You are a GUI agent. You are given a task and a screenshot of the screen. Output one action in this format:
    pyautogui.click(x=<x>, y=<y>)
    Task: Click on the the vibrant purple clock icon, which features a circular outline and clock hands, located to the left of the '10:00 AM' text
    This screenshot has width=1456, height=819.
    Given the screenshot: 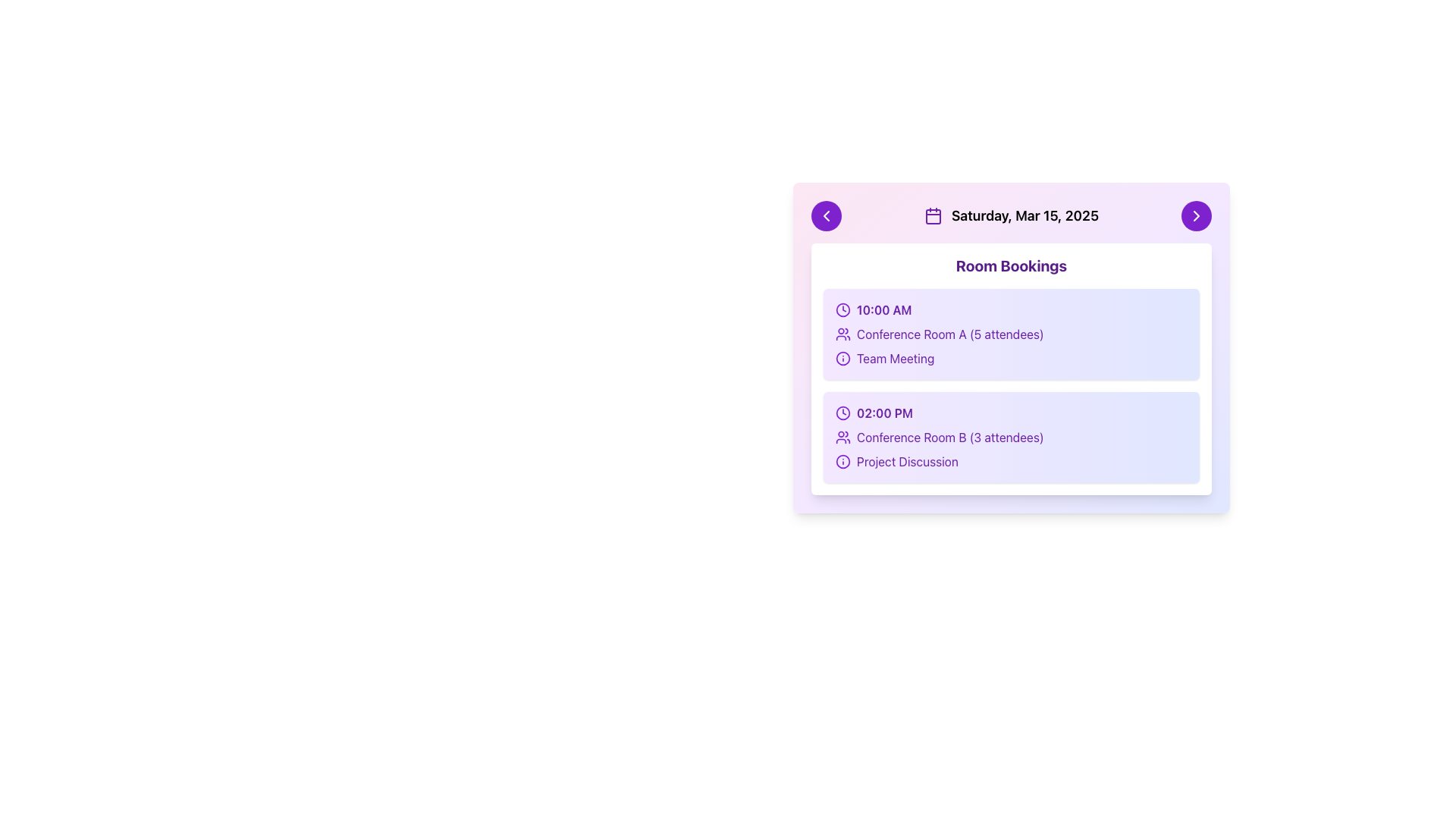 What is the action you would take?
    pyautogui.click(x=843, y=309)
    